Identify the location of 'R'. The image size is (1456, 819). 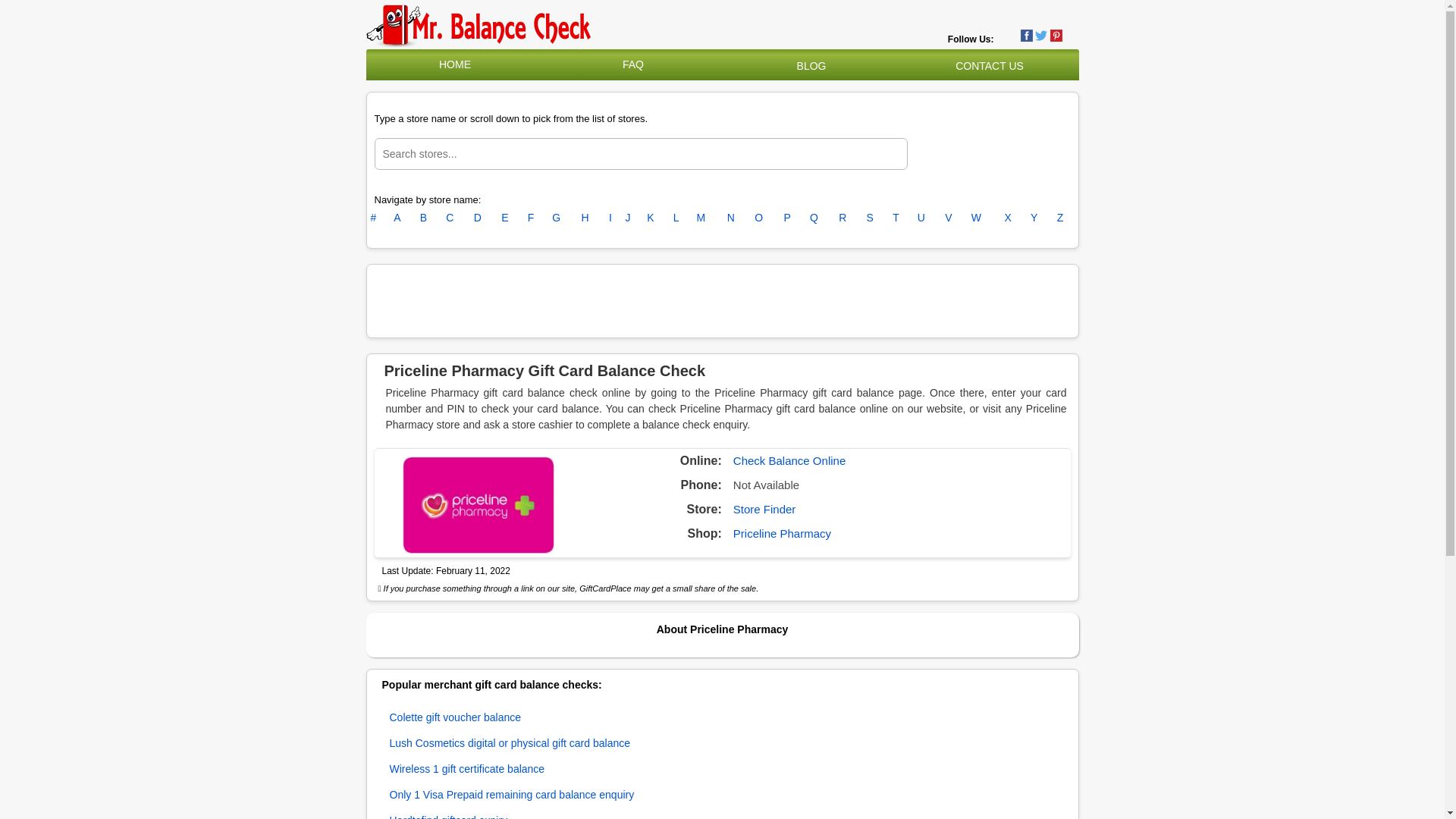
(841, 217).